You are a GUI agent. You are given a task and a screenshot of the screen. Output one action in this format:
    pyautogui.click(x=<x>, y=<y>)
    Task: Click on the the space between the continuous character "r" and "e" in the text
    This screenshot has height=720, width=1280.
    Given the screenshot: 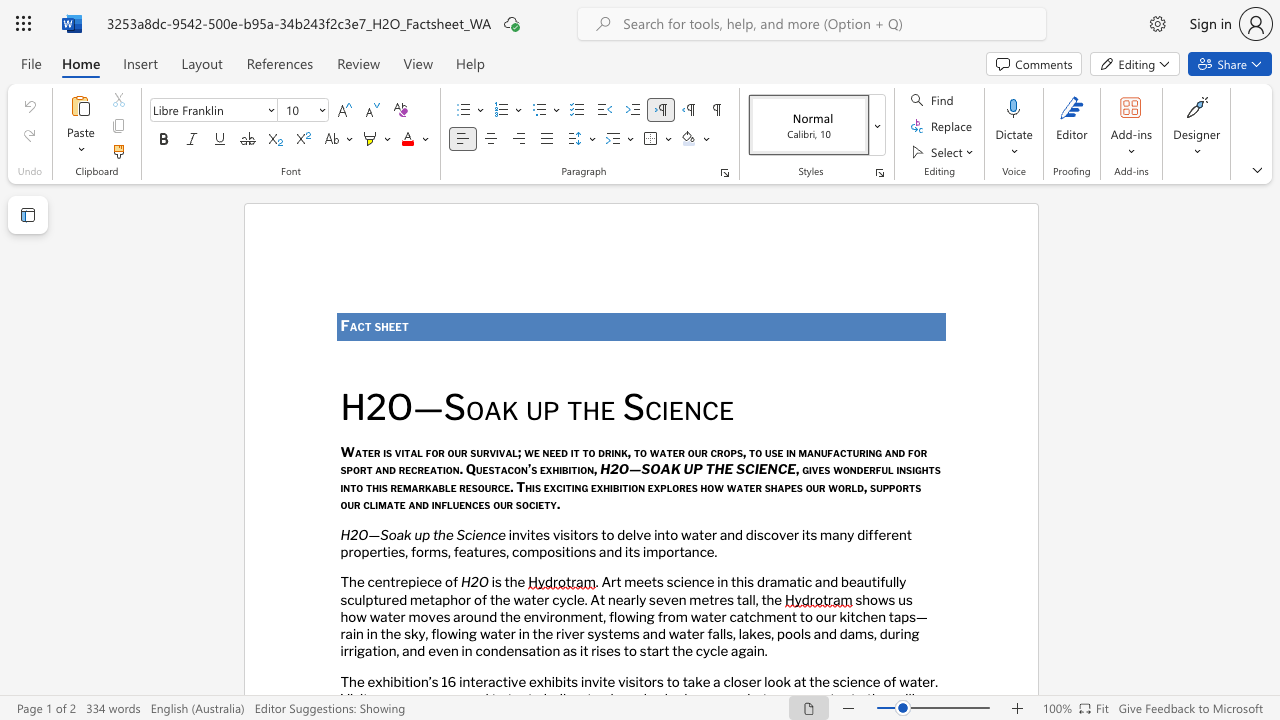 What is the action you would take?
    pyautogui.click(x=400, y=582)
    